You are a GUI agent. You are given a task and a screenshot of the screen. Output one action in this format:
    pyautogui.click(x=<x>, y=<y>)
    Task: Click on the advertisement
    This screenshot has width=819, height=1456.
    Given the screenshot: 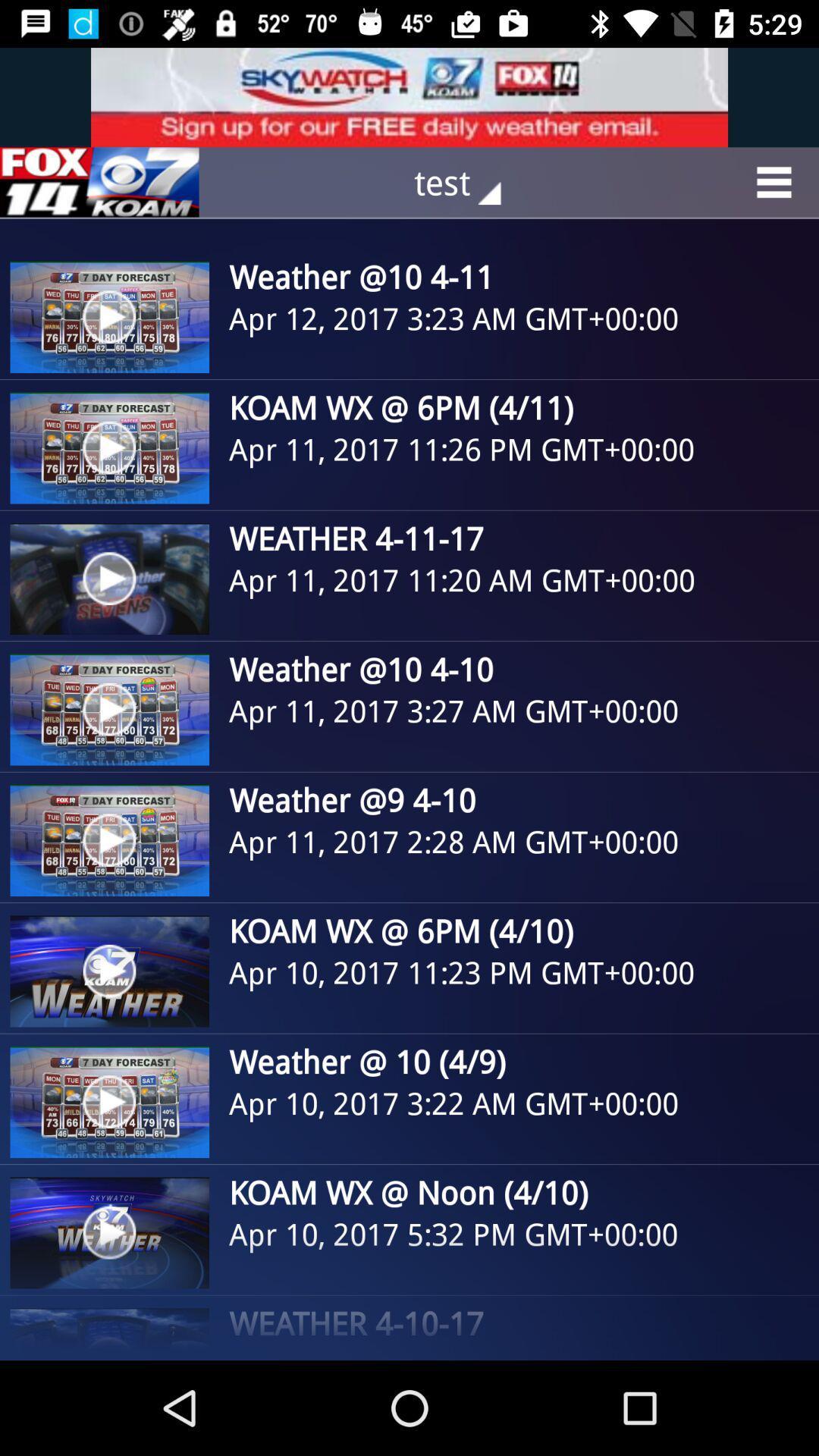 What is the action you would take?
    pyautogui.click(x=409, y=96)
    